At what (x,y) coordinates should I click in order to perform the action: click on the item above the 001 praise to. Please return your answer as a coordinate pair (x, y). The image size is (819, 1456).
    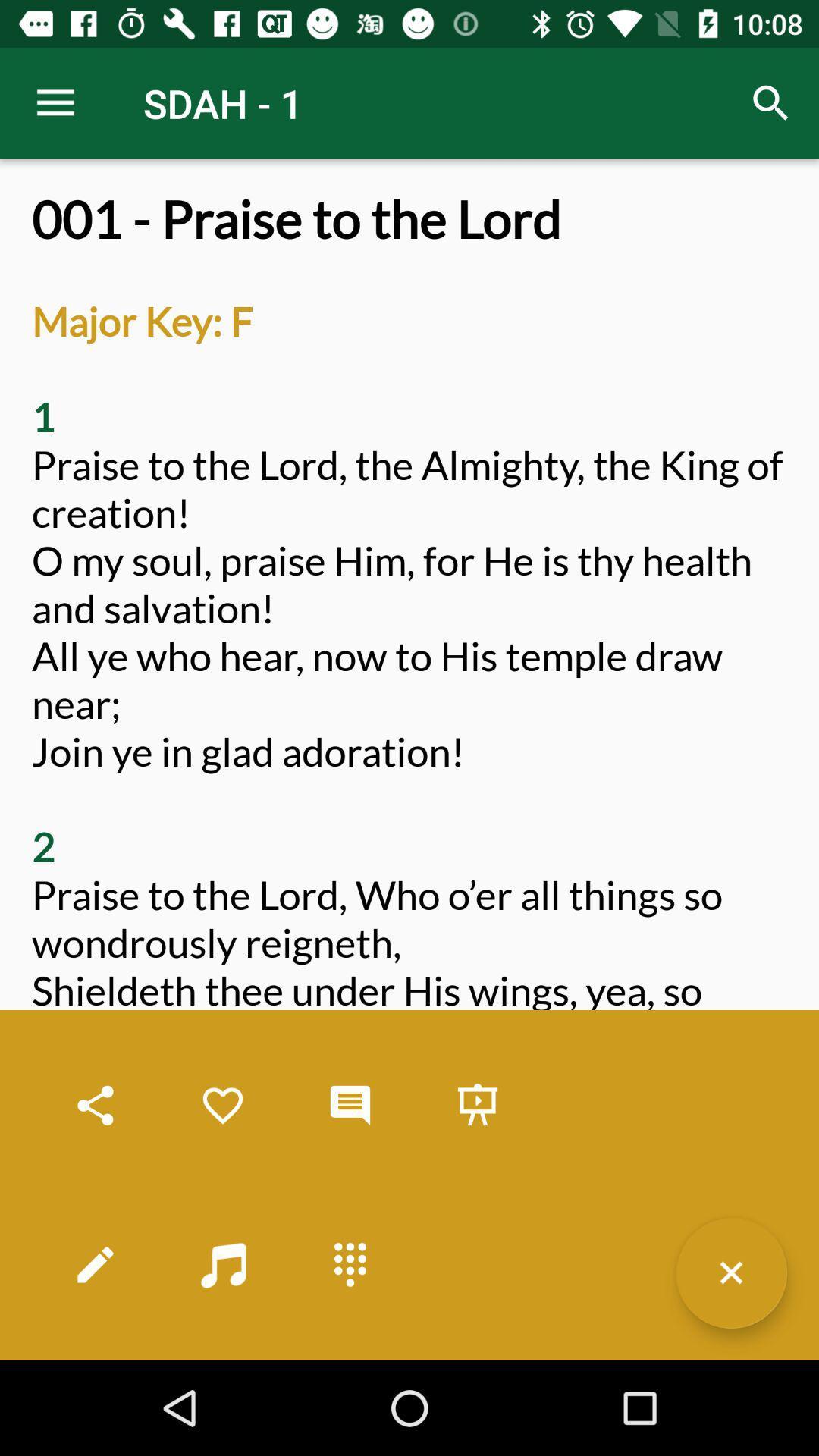
    Looking at the image, I should click on (55, 102).